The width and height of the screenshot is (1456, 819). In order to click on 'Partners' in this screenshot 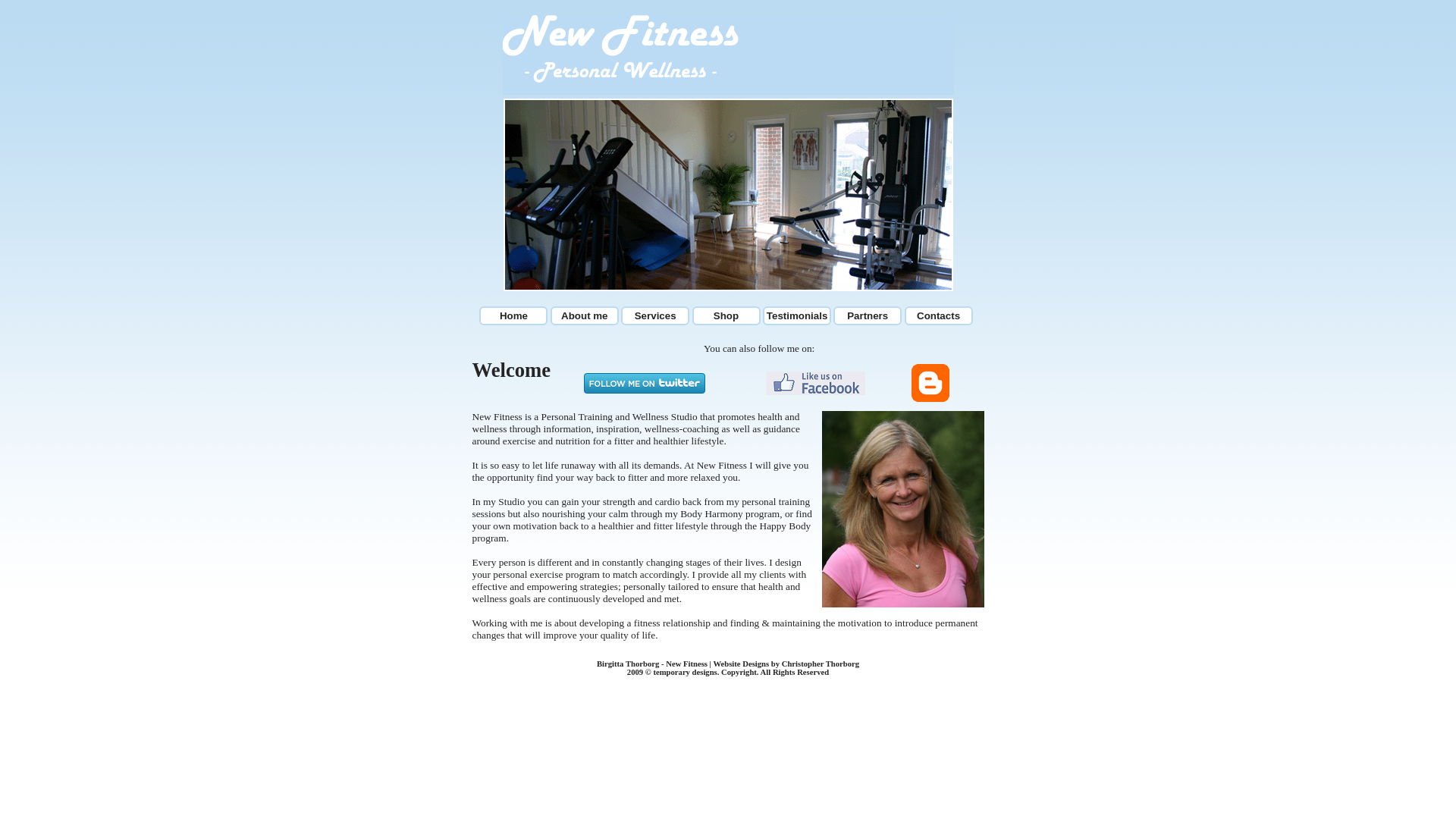, I will do `click(867, 315)`.